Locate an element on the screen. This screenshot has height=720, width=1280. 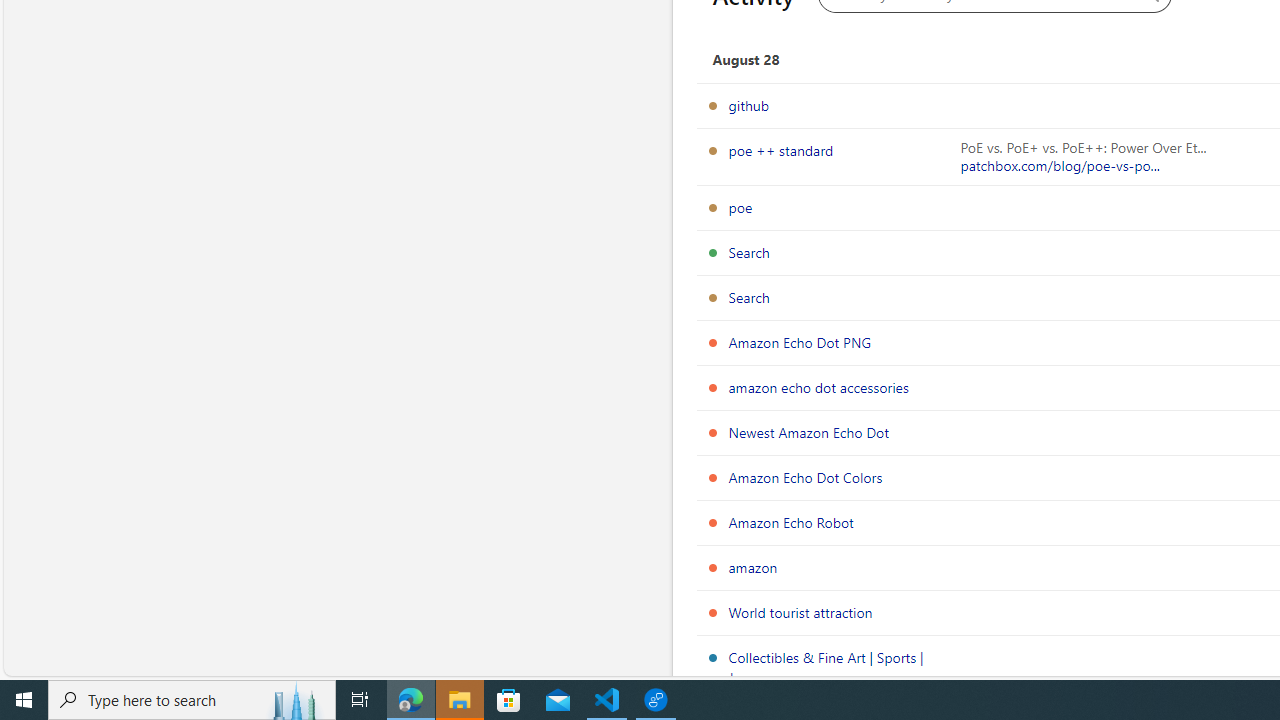
'poe' is located at coordinates (739, 207).